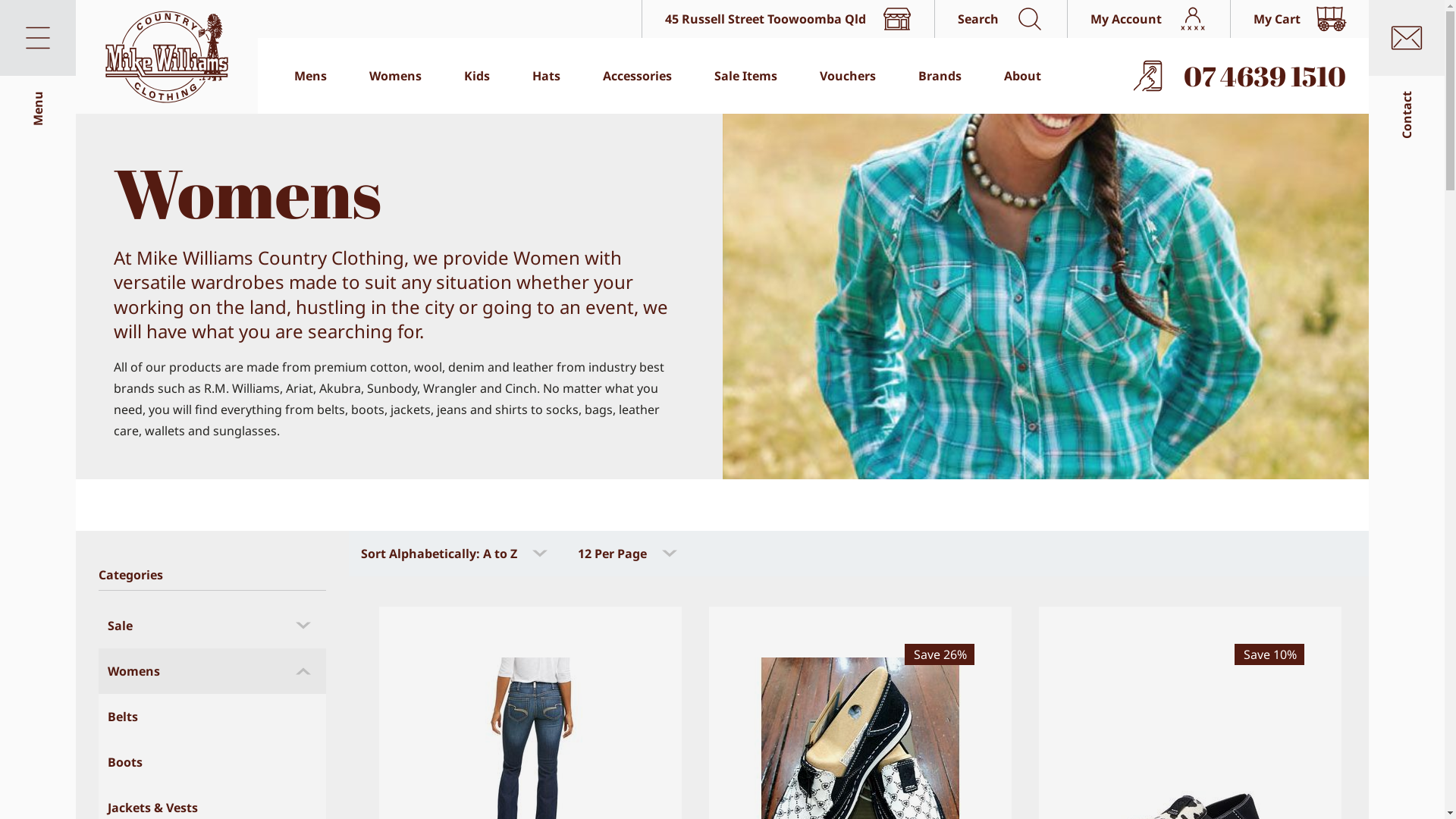  Describe the element at coordinates (1241, 76) in the screenshot. I see `'07 4639 1510'` at that location.